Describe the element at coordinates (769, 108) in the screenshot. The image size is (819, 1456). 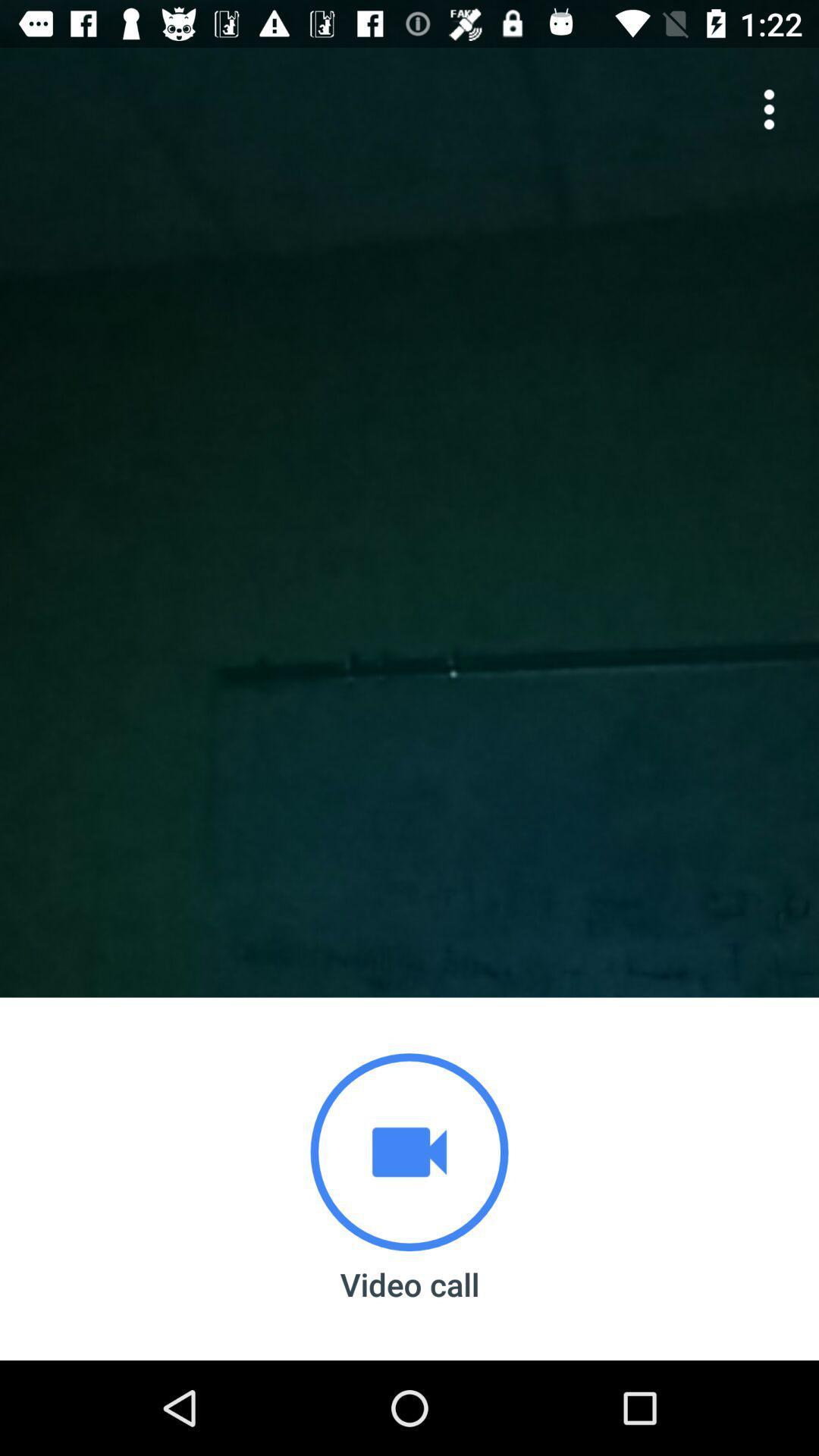
I see `the more icon` at that location.